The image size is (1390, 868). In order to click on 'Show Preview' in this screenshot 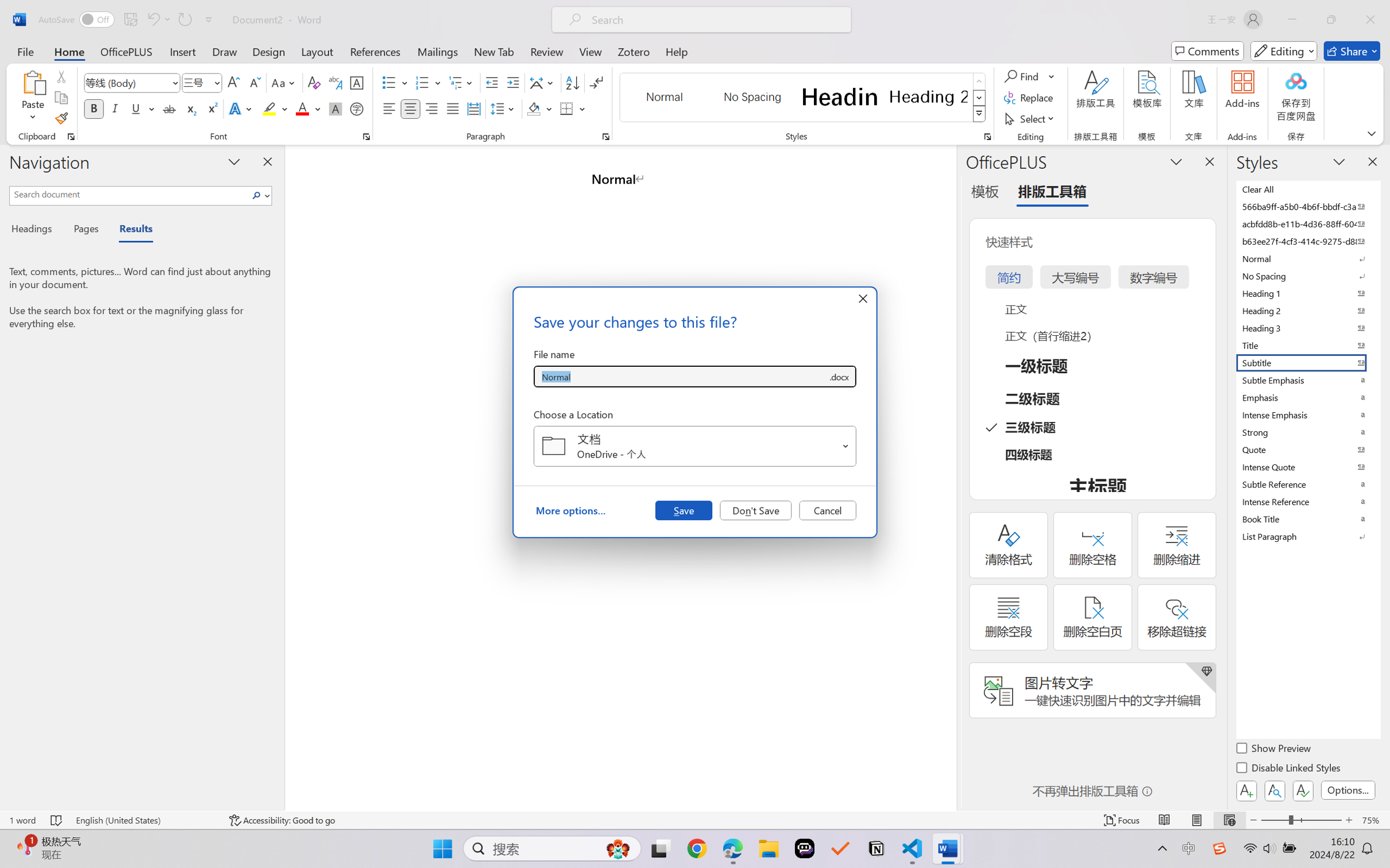, I will do `click(1274, 749)`.